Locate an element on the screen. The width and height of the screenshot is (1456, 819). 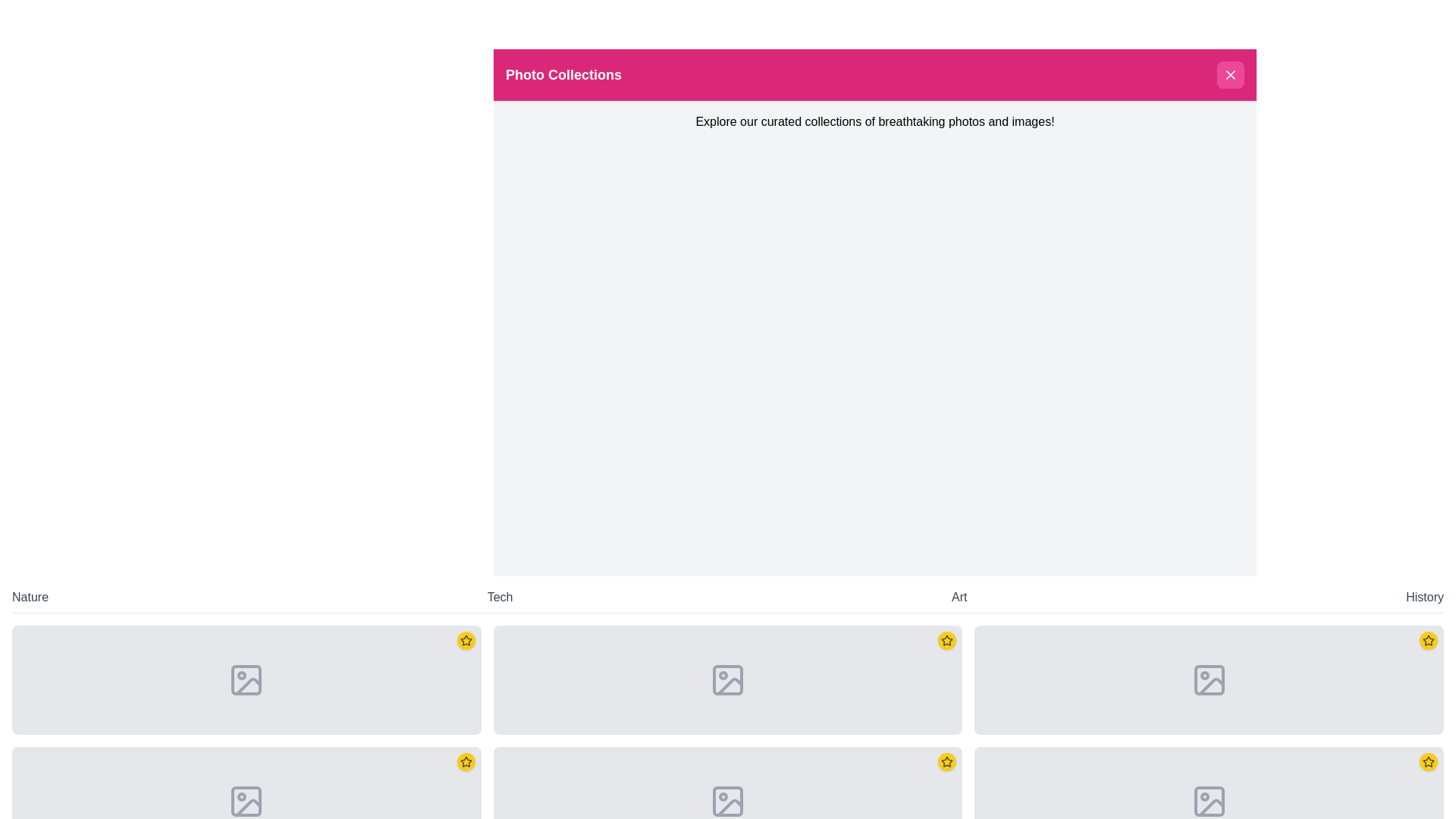
the card element with a light gray background and a star badge is located at coordinates (246, 679).